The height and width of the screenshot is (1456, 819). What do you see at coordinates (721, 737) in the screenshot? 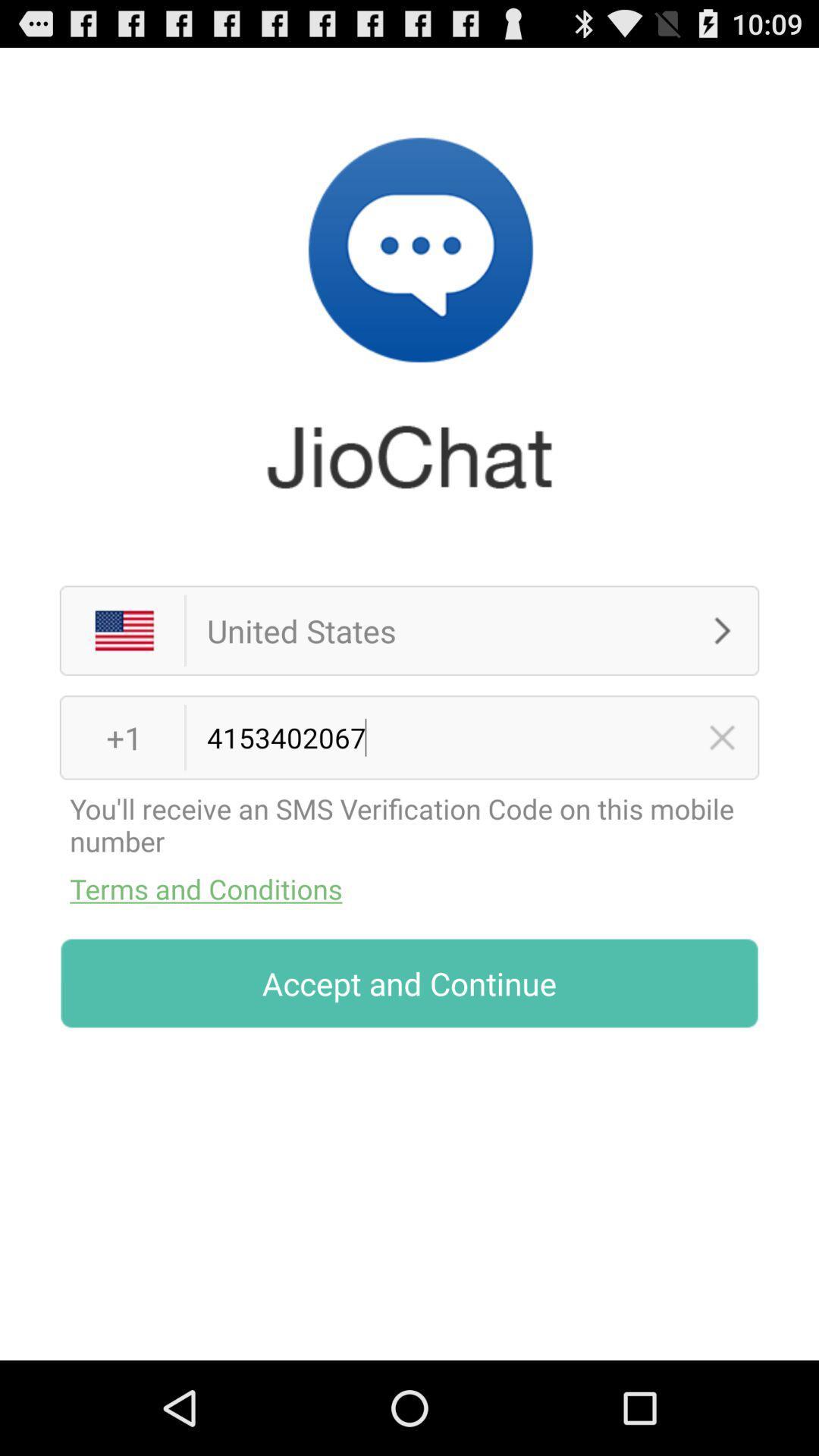
I see `cancel option` at bounding box center [721, 737].